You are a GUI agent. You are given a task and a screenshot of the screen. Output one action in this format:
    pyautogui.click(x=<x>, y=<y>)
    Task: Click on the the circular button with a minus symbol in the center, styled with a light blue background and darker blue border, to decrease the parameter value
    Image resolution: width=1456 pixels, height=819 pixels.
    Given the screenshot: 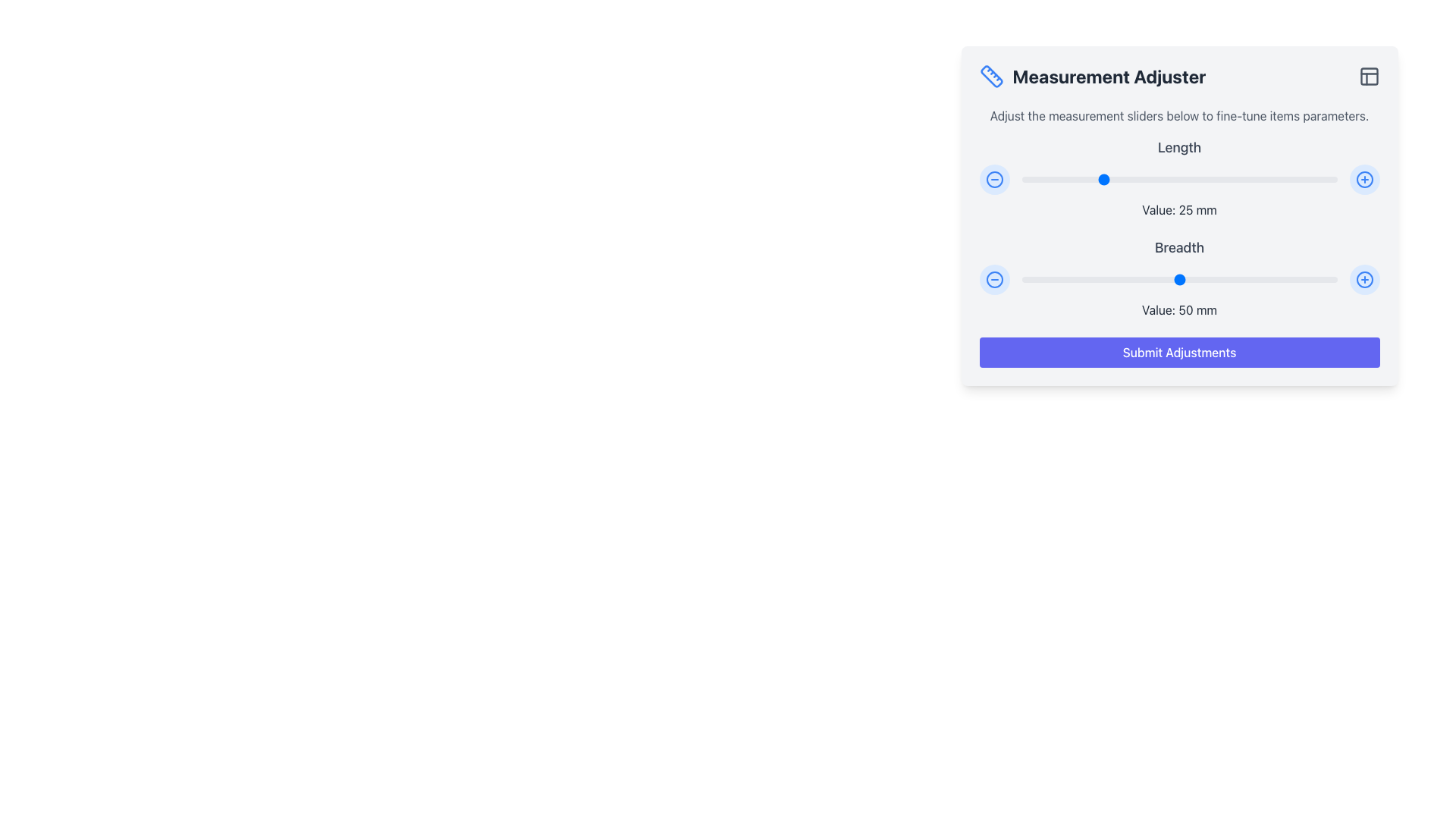 What is the action you would take?
    pyautogui.click(x=994, y=178)
    